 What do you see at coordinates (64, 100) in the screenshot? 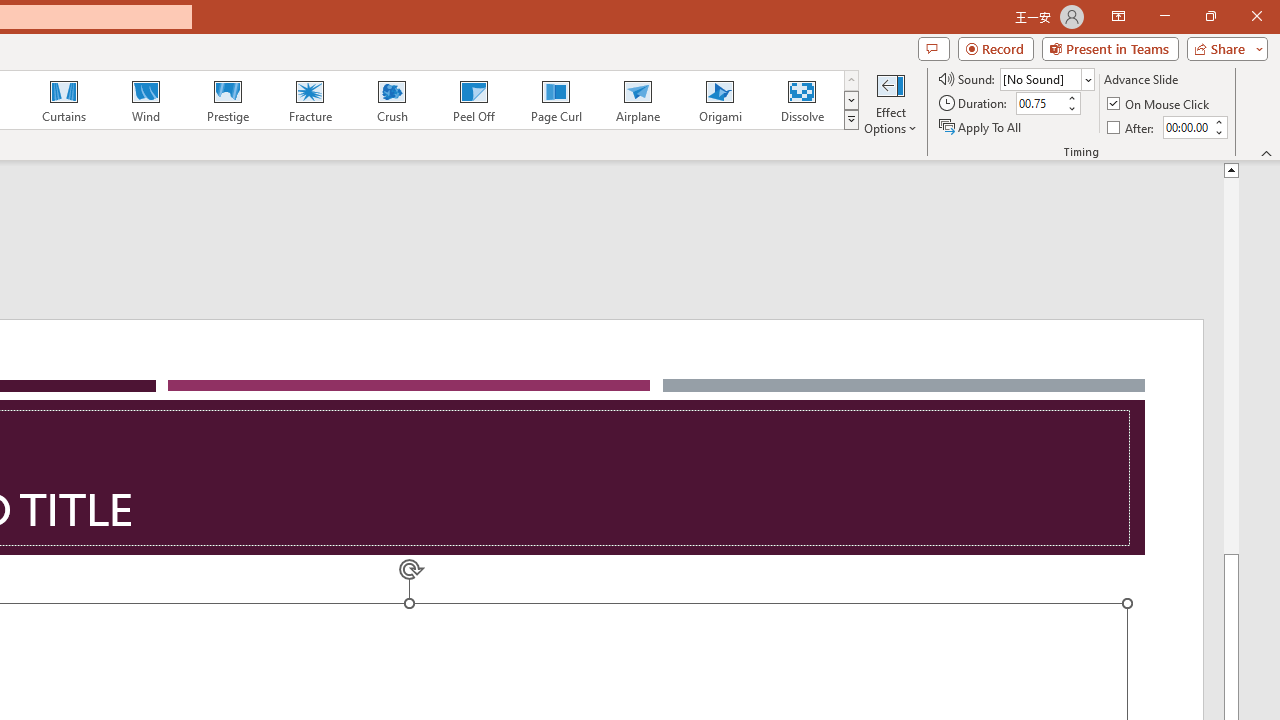
I see `'Curtains'` at bounding box center [64, 100].